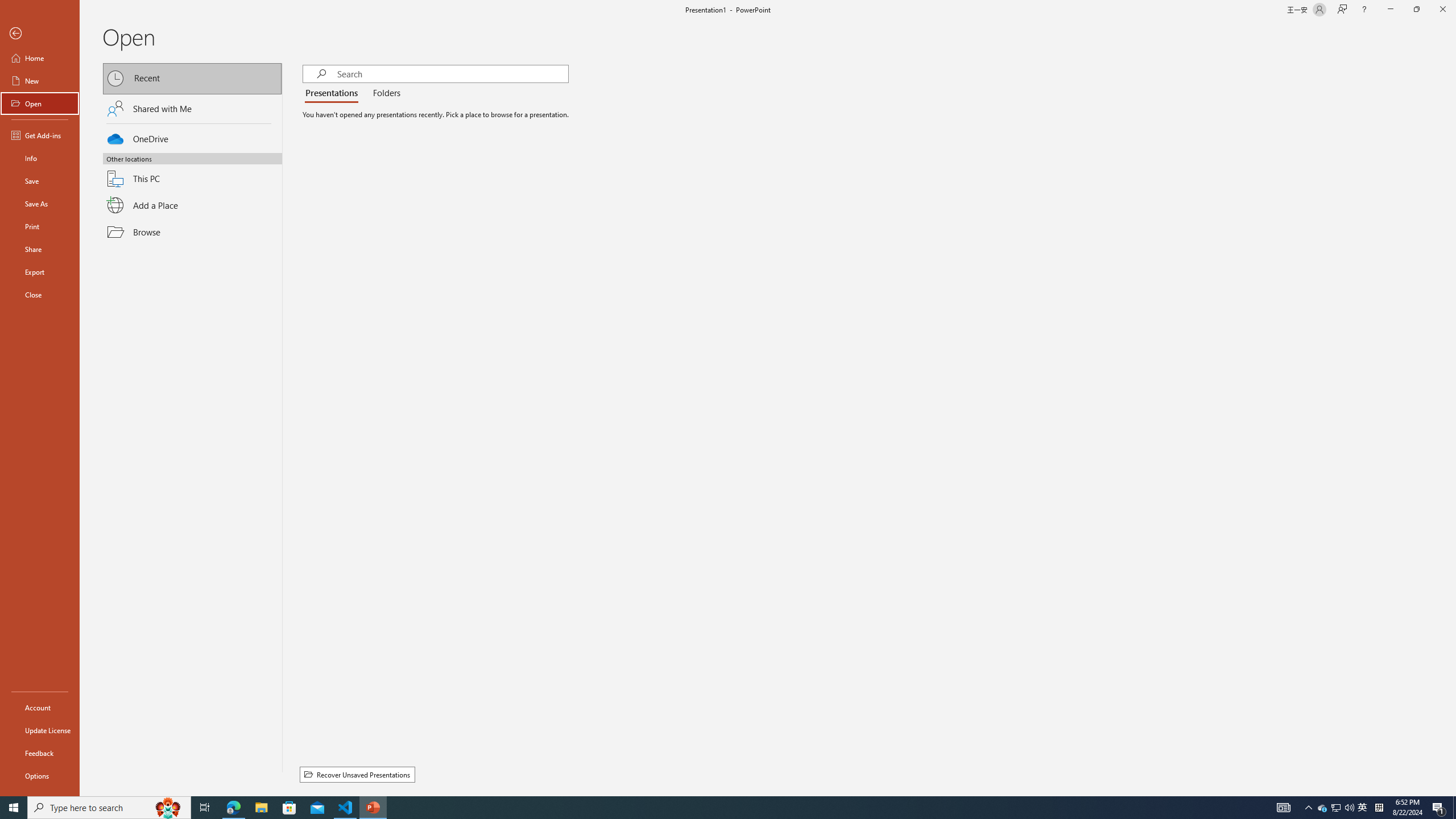 This screenshot has width=1456, height=819. Describe the element at coordinates (192, 137) in the screenshot. I see `'OneDrive'` at that location.